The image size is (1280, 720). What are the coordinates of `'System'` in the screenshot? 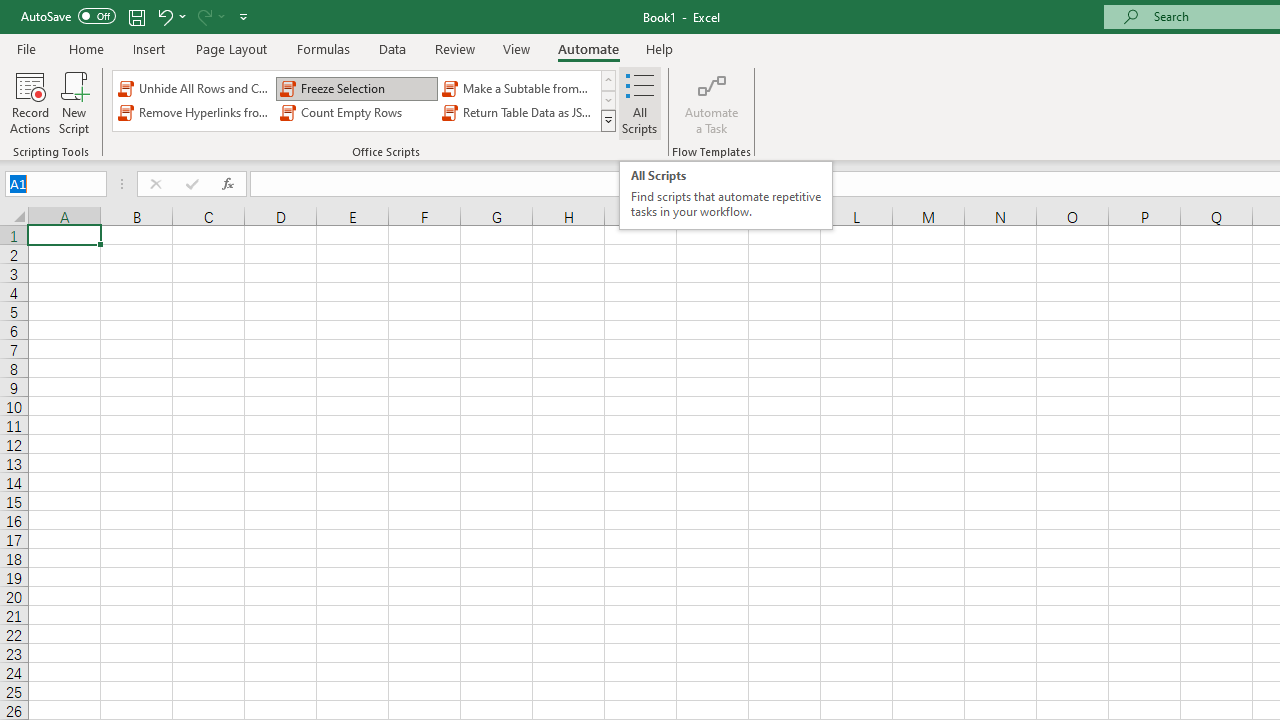 It's located at (10, 11).